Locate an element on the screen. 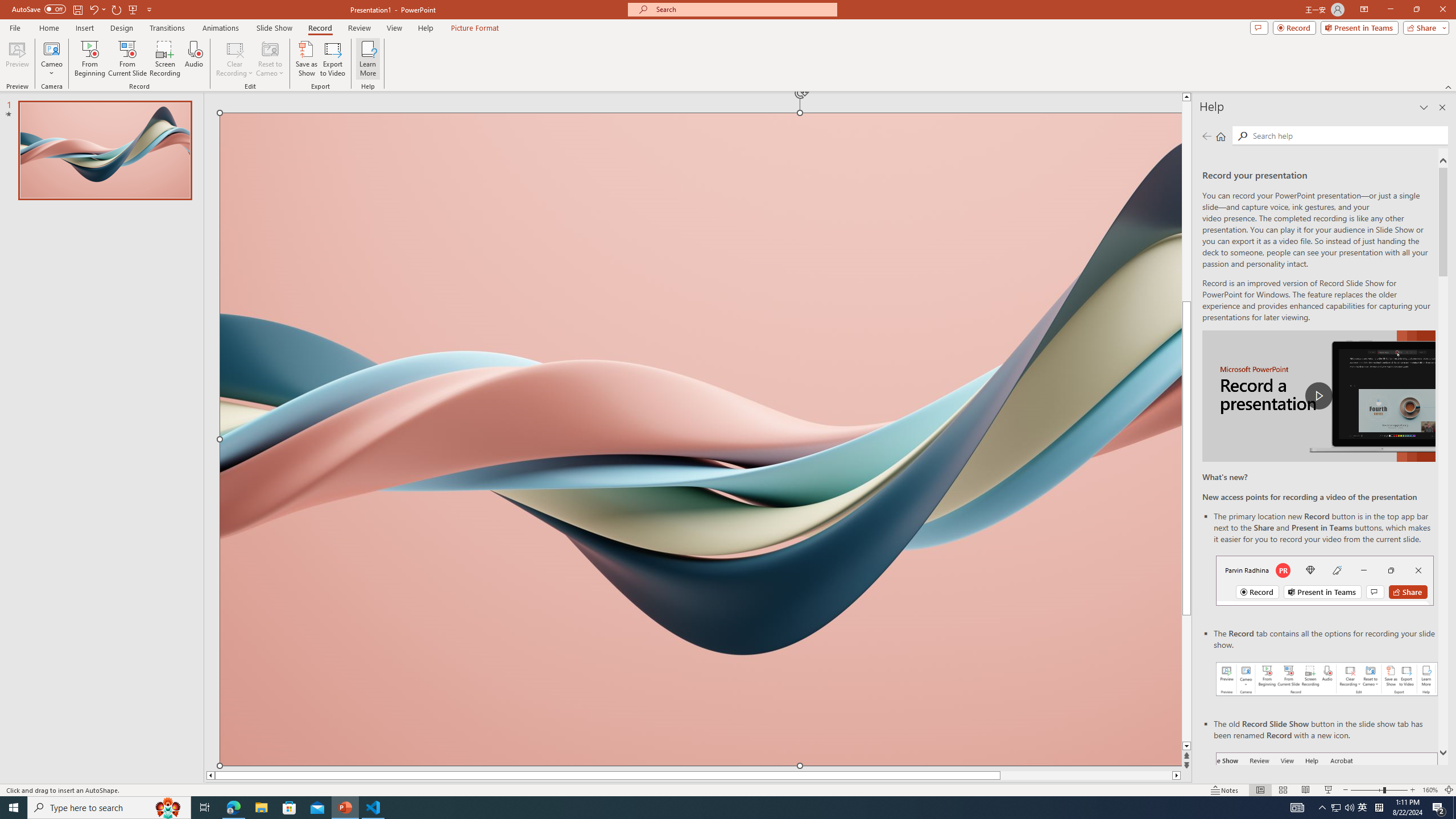 Image resolution: width=1456 pixels, height=819 pixels. 'Audio' is located at coordinates (193, 59).